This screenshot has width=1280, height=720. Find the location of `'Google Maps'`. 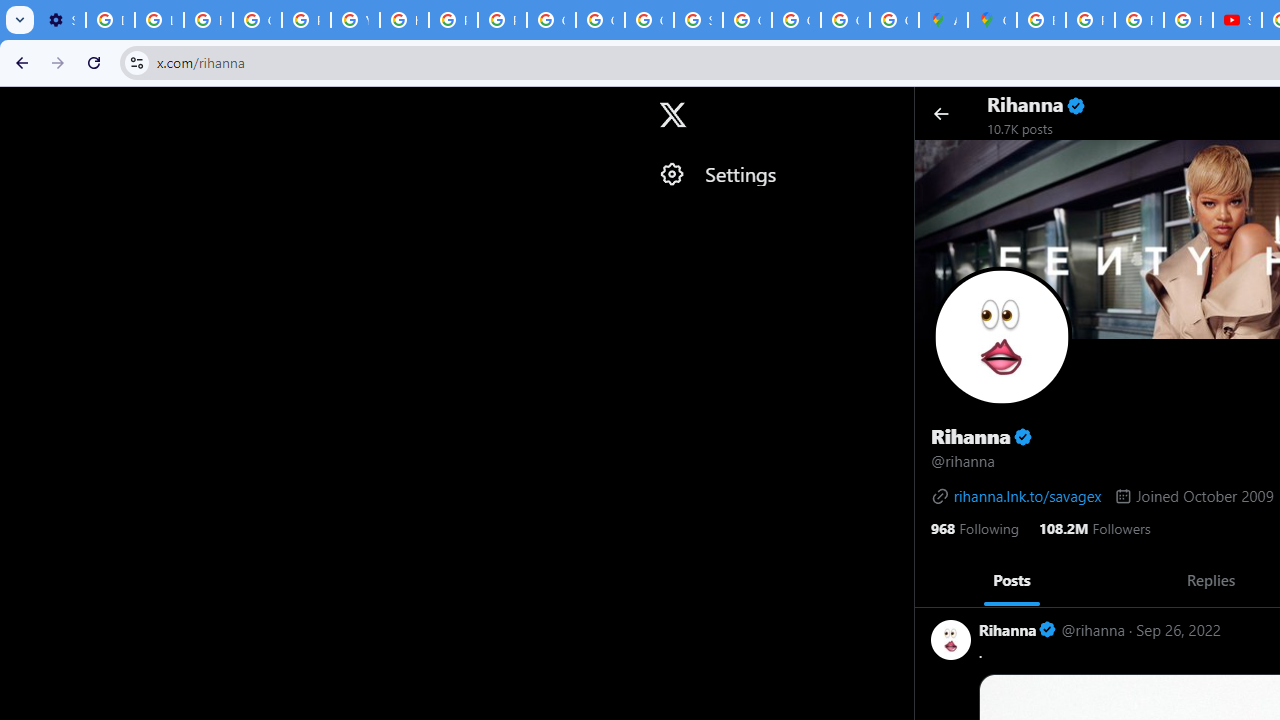

'Google Maps' is located at coordinates (992, 20).